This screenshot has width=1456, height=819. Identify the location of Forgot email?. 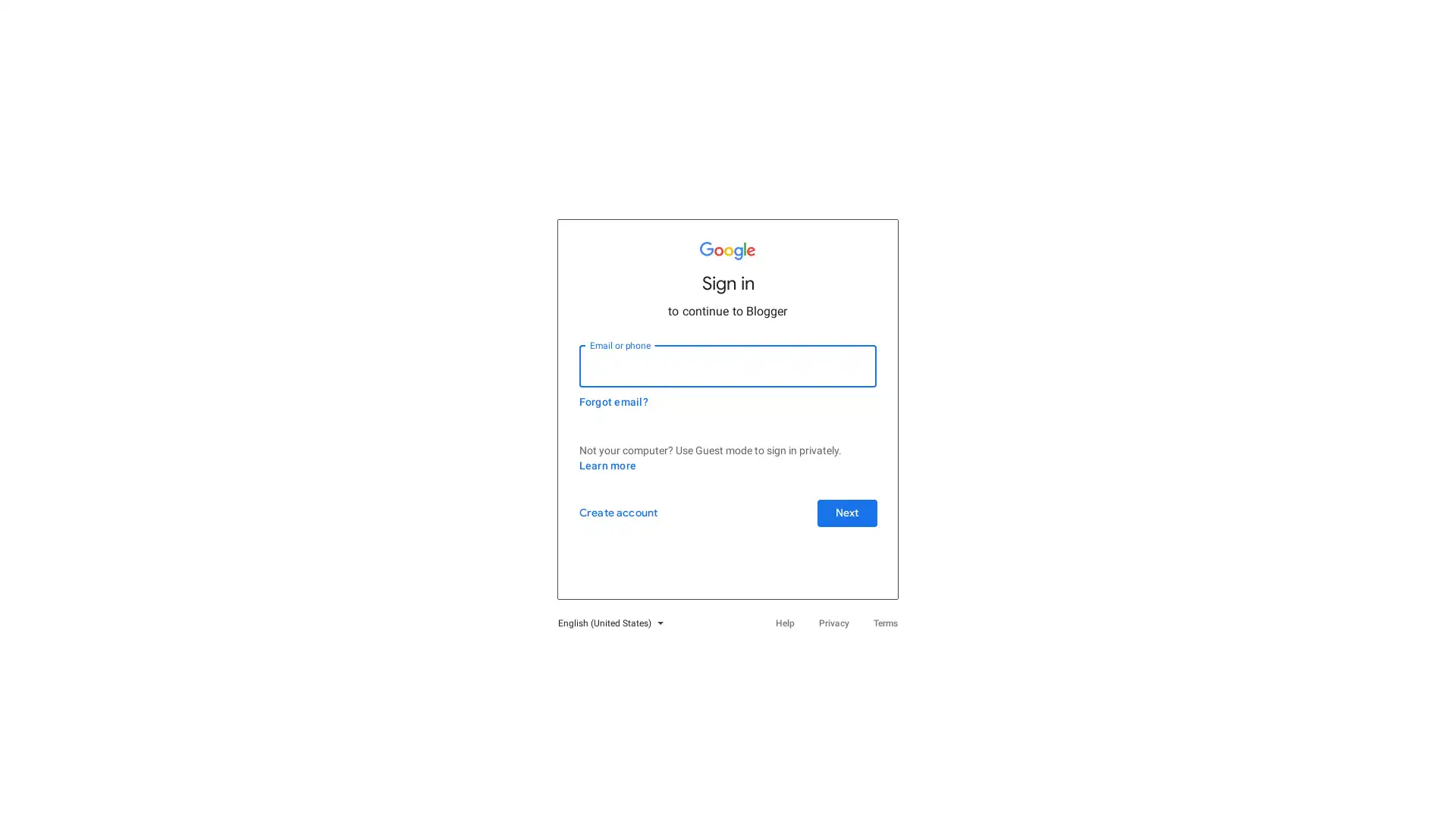
(623, 415).